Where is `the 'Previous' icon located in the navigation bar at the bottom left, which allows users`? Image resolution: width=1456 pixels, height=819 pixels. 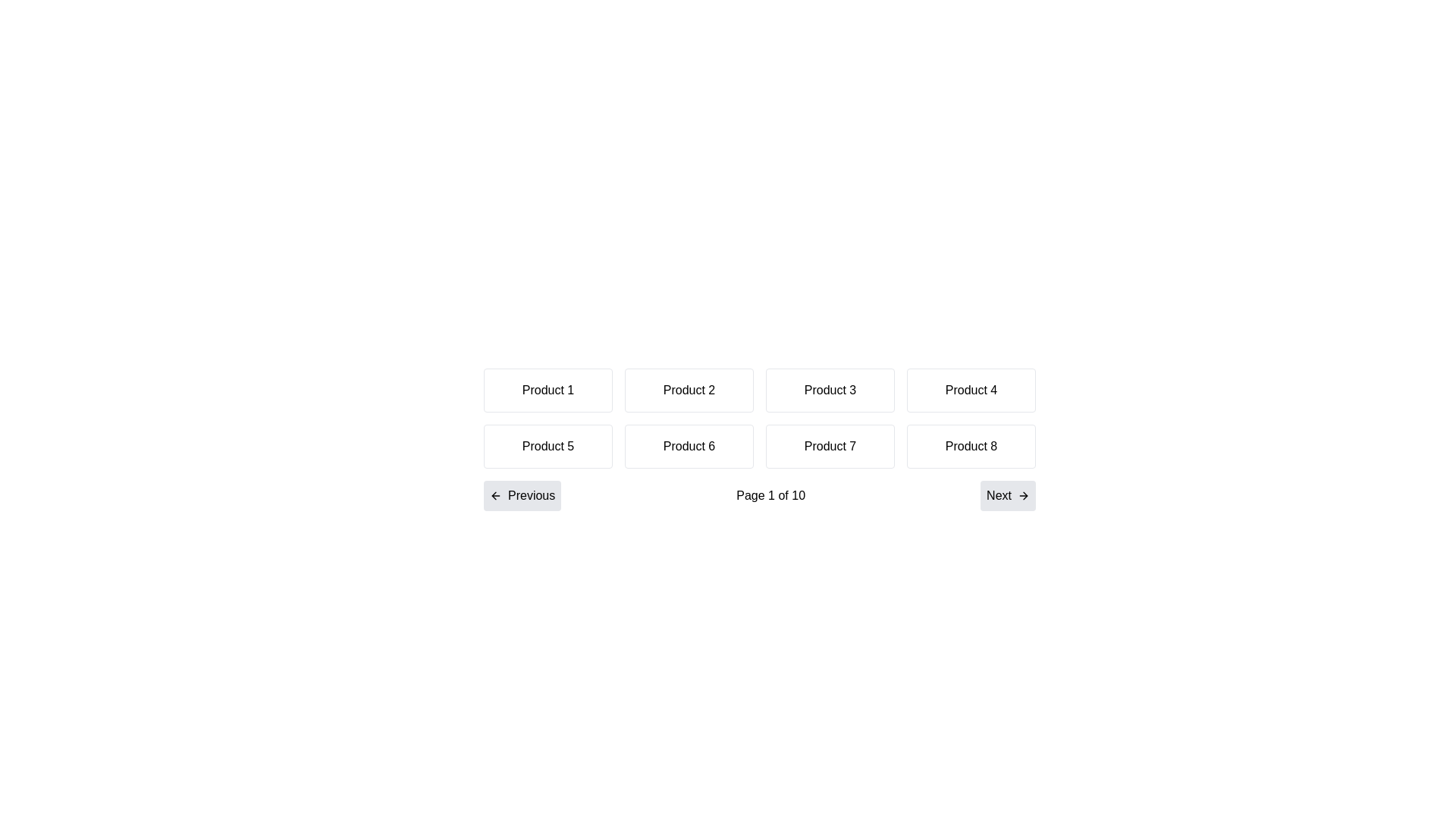 the 'Previous' icon located in the navigation bar at the bottom left, which allows users is located at coordinates (494, 496).